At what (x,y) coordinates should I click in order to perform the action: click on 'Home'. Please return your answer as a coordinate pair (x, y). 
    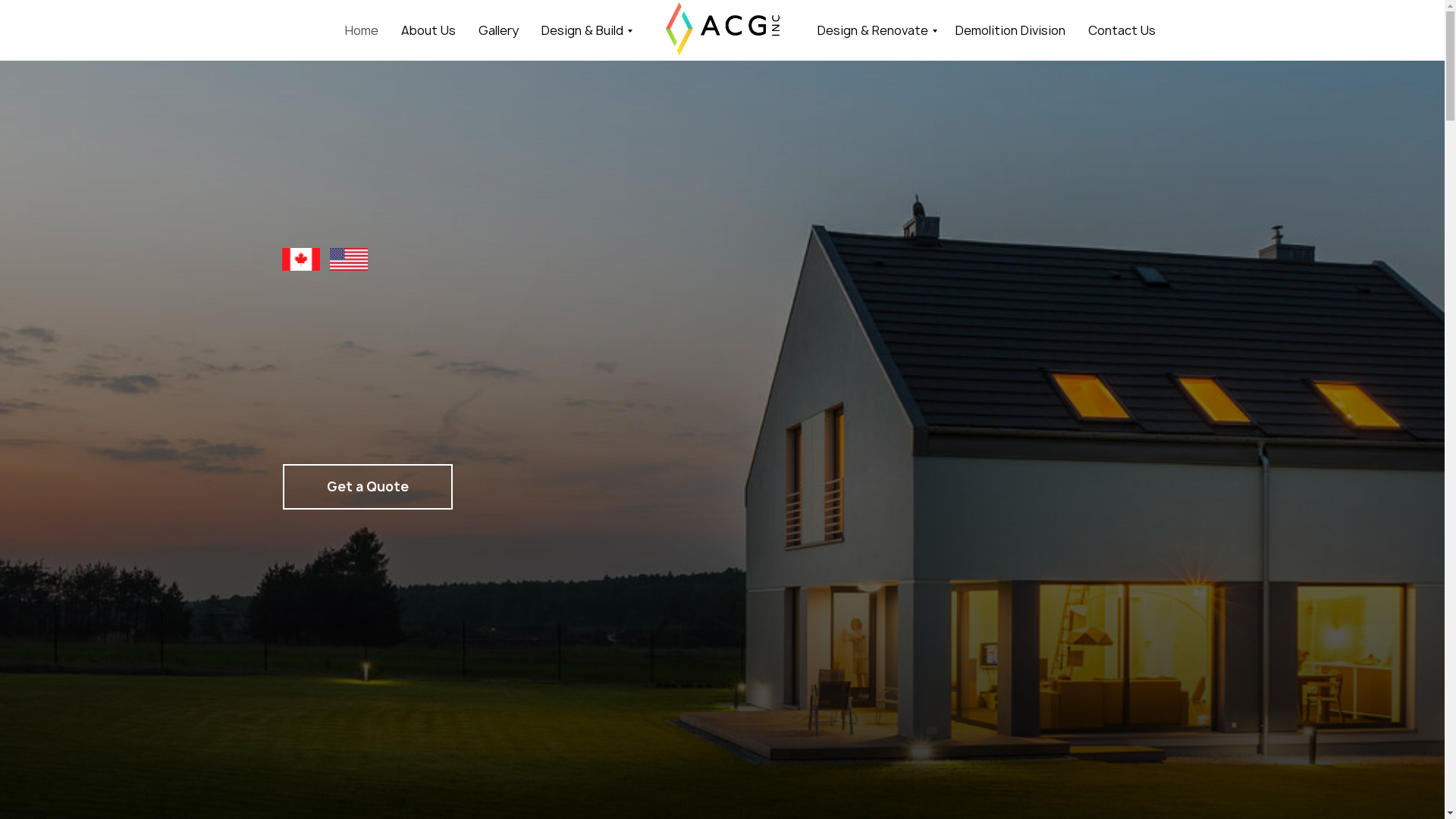
    Looking at the image, I should click on (359, 29).